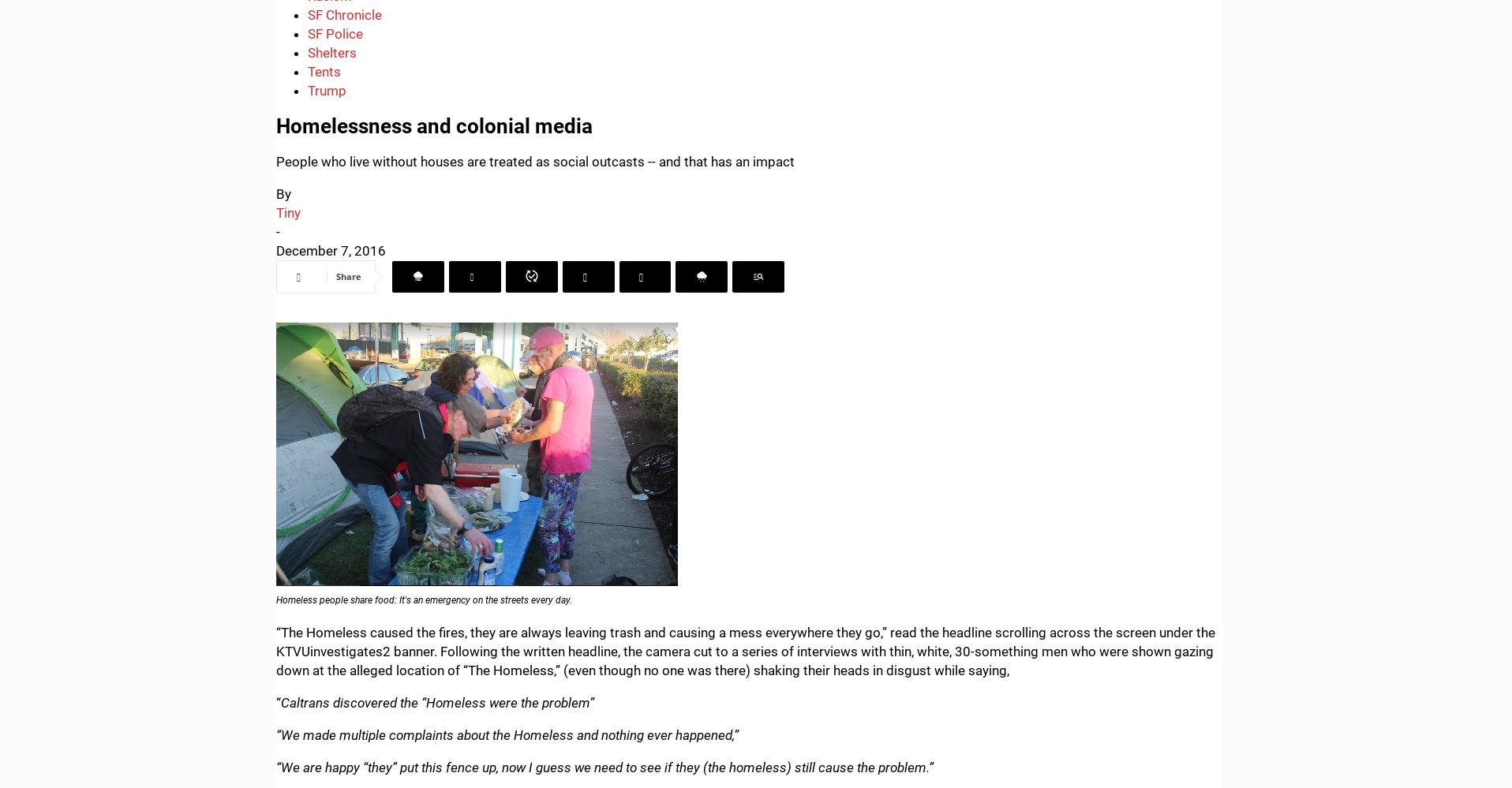  Describe the element at coordinates (745, 651) in the screenshot. I see `'“The Homeless caused the fires, they are always leaving trash and causing a mess everywhere they go,” read the headline scrolling across the screen under the KTVUinvestigates2 banner. Following the written headline, the camera cut to a series of interviews with thin, white, 30-something men who were shown gazing down at the alleged location of “The Homeless,” (even though no one was there) shaking their heads in disgust while saying,'` at that location.